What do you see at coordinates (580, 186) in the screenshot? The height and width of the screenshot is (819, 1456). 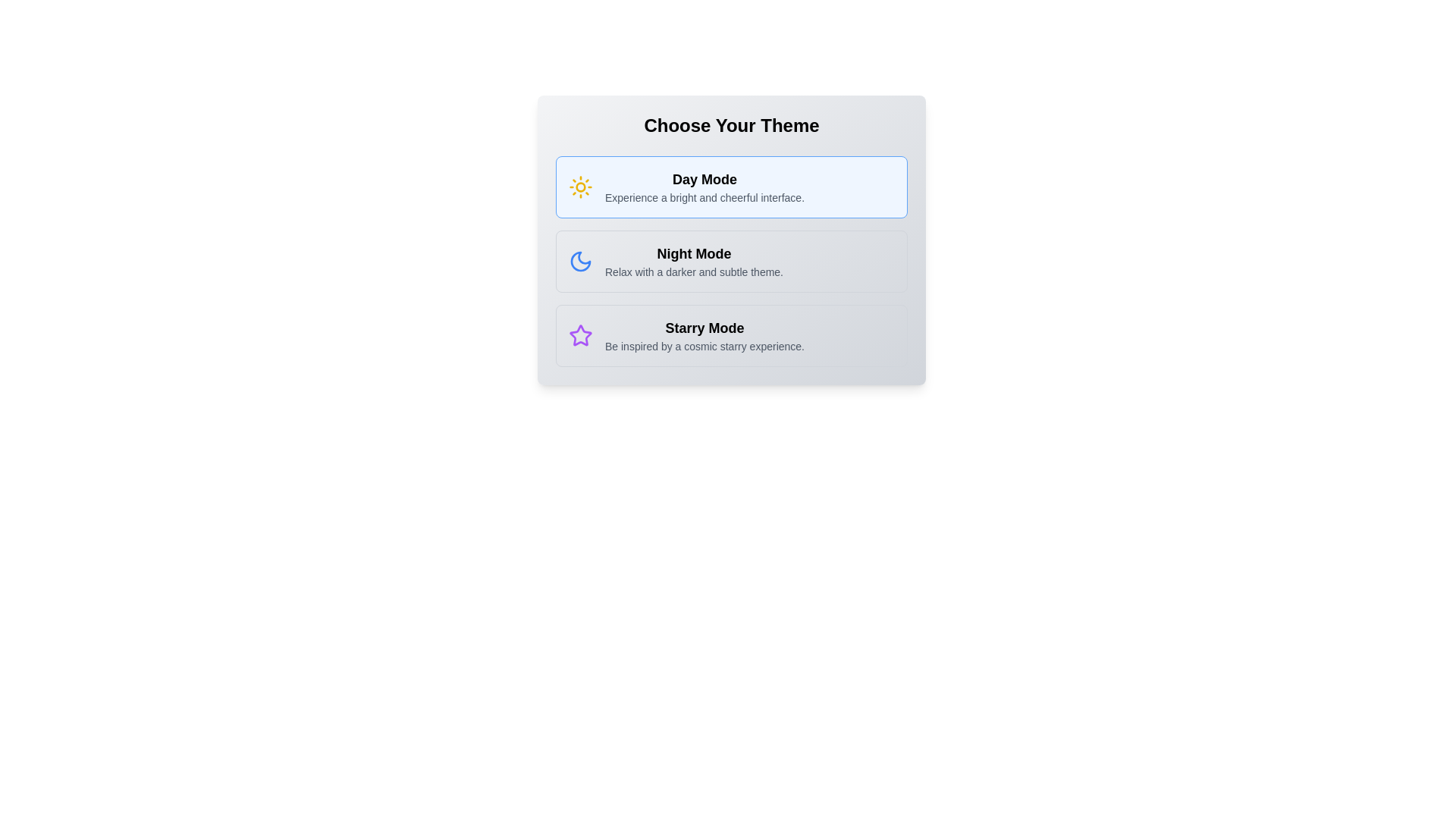 I see `the small, circular shape representing the sun's core in the 'Day Mode' option of the theme selection panel` at bounding box center [580, 186].